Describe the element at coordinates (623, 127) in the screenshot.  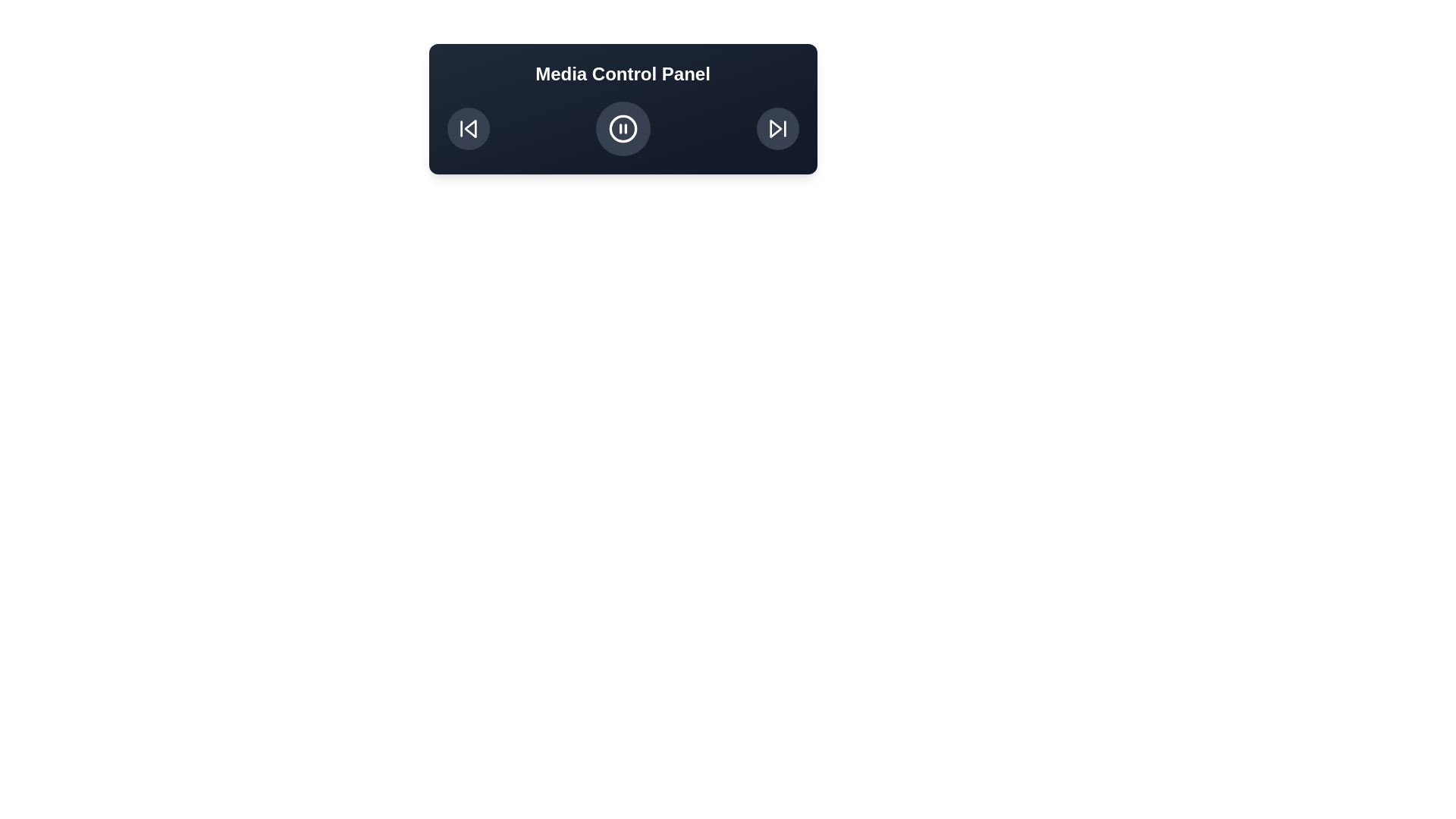
I see `the pause function icon outline (circle), which serves as a visual indicator and is centrally` at that location.